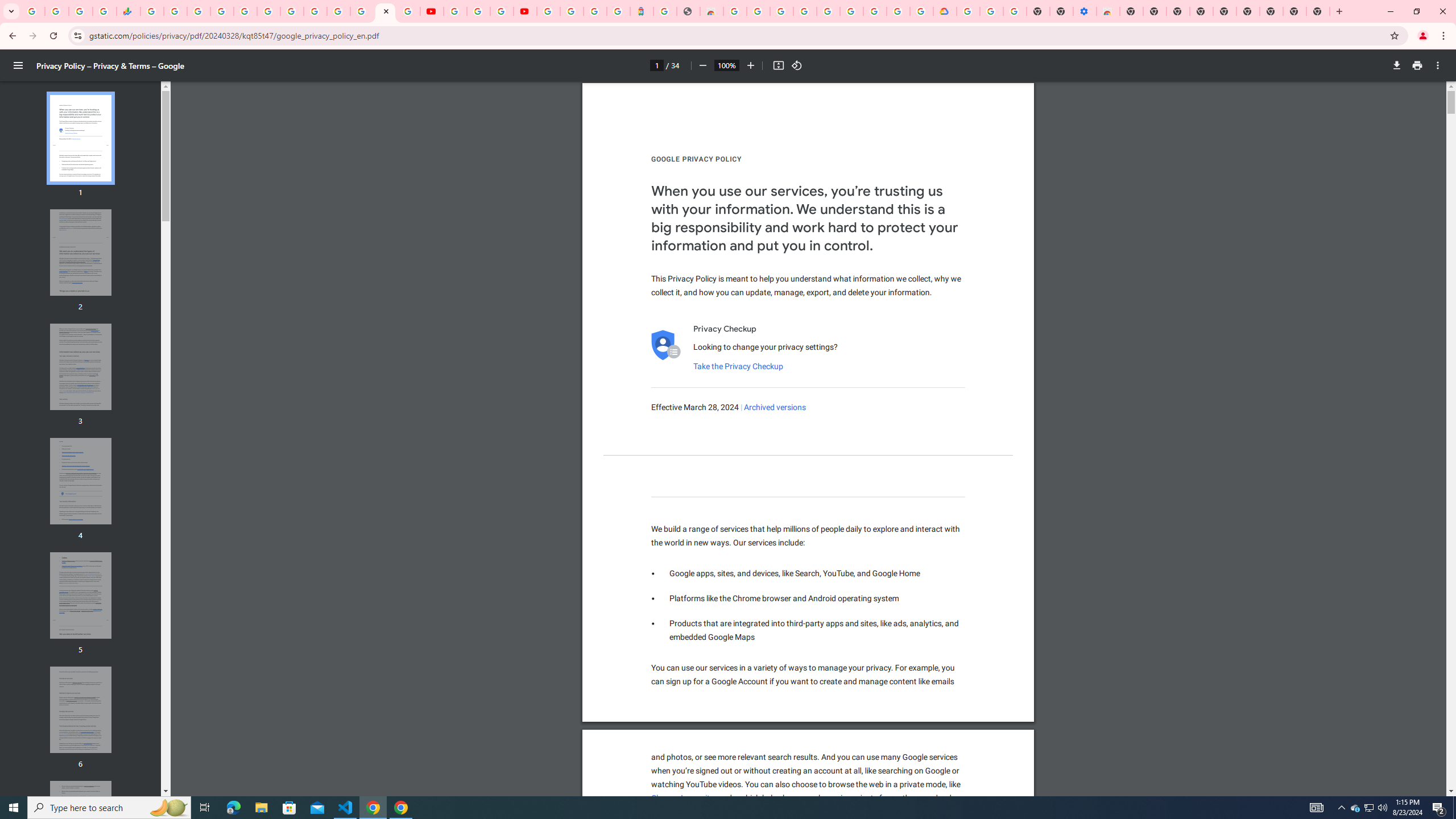  Describe the element at coordinates (81, 819) in the screenshot. I see `'Thumbnail for page 7'` at that location.